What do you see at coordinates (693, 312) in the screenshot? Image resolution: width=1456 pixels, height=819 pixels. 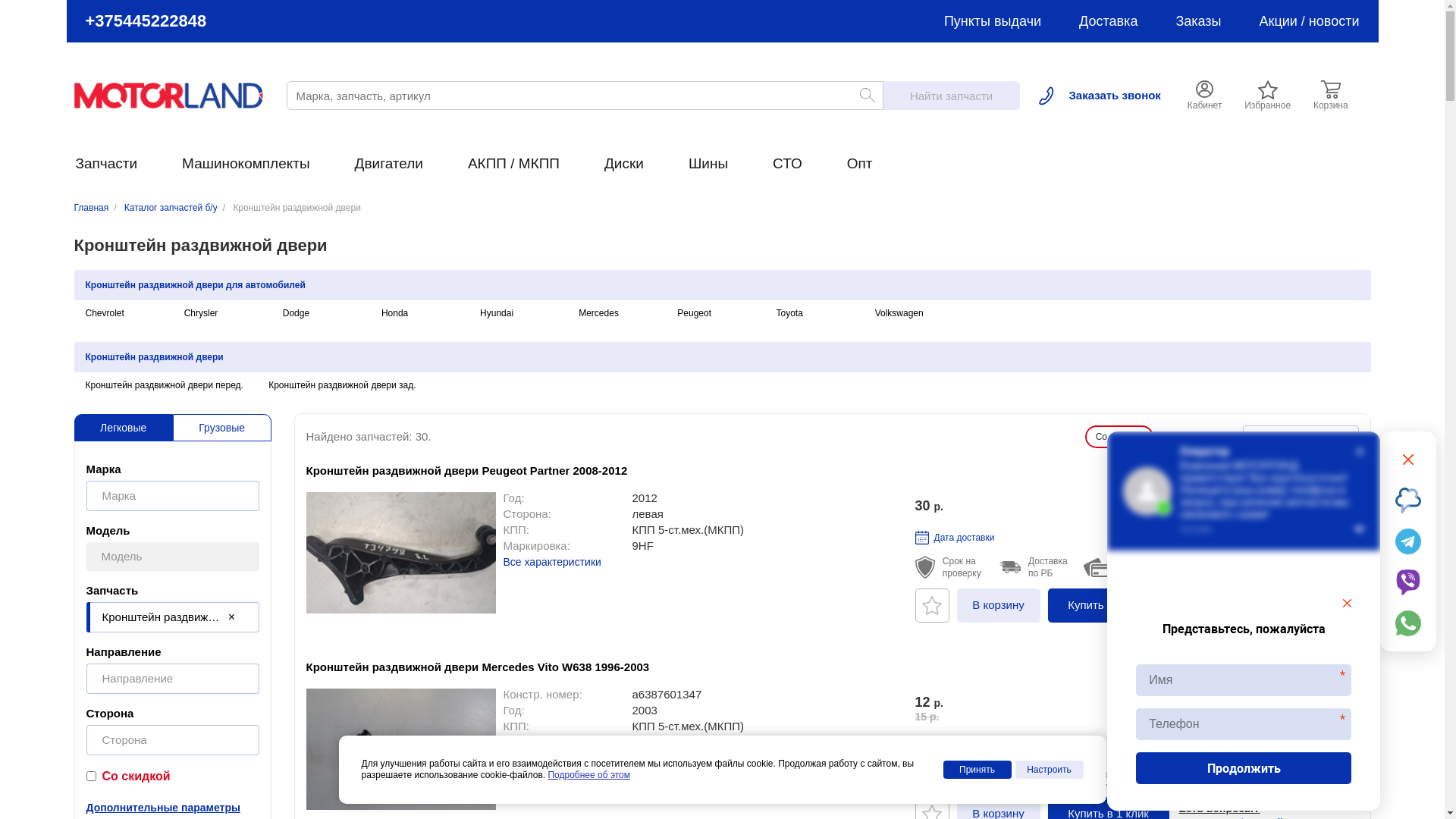 I see `'Peugeot'` at bounding box center [693, 312].